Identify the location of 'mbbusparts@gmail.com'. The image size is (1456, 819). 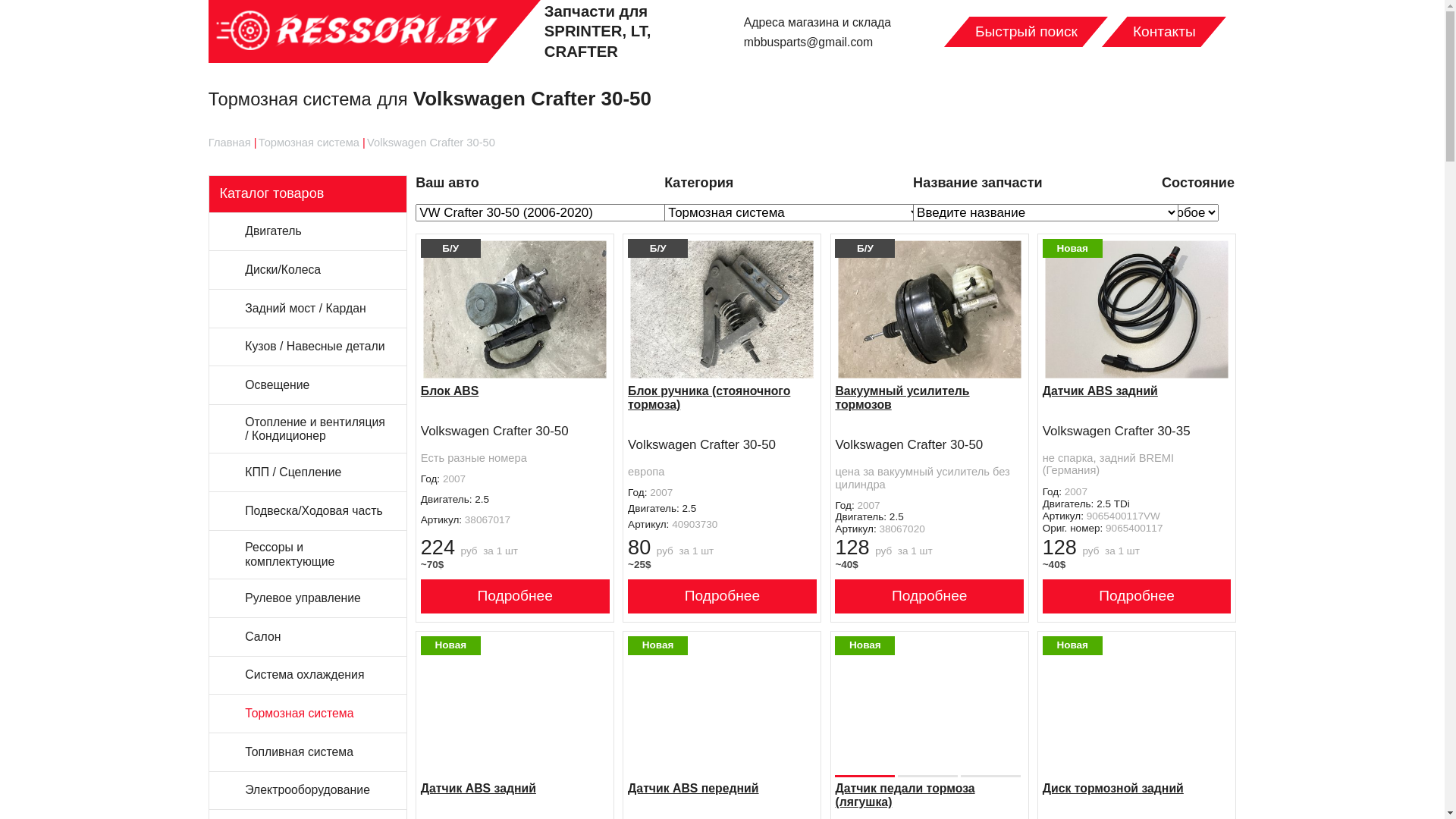
(808, 42).